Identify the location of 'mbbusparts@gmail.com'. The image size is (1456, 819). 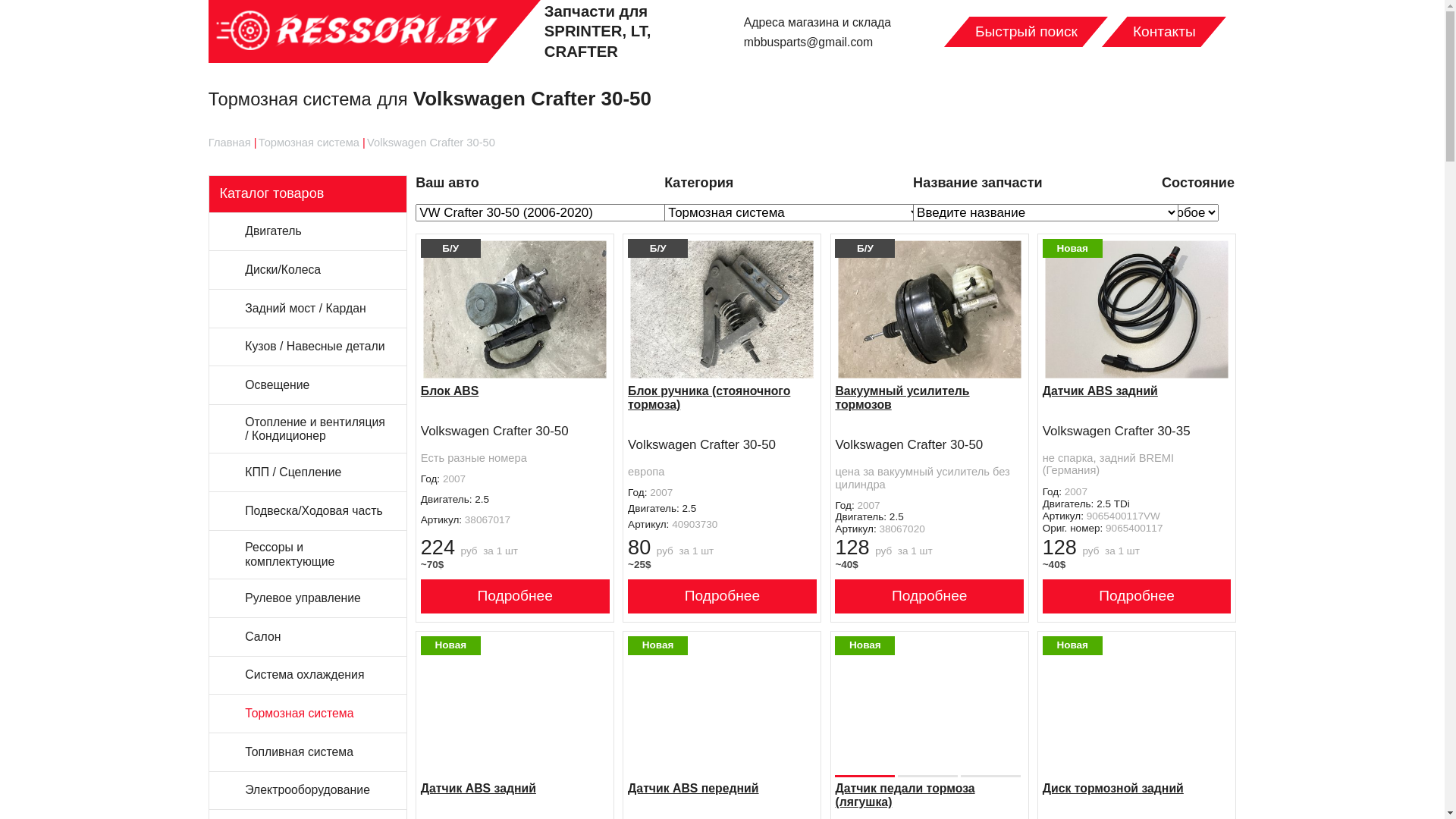
(808, 42).